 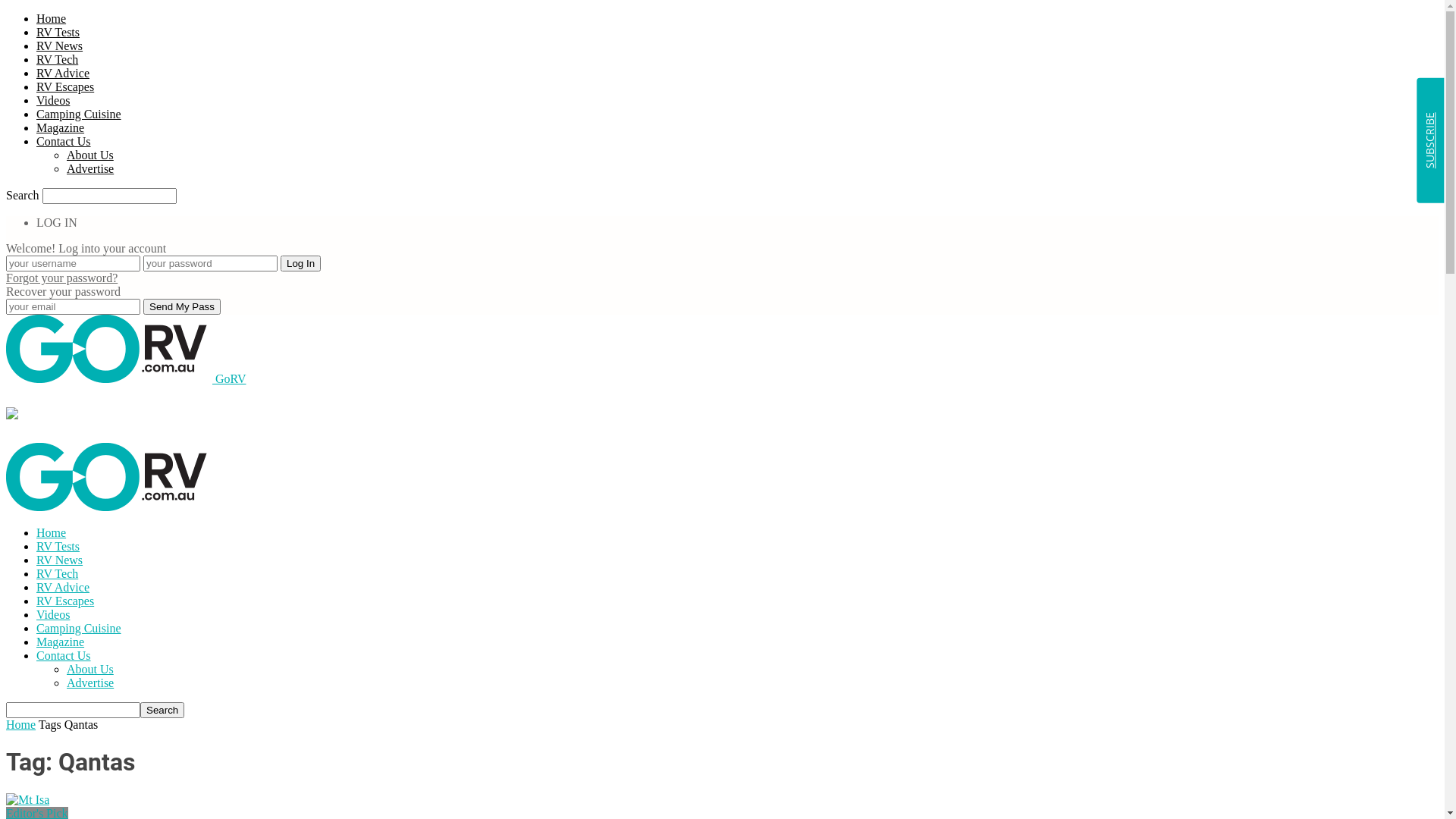 What do you see at coordinates (162, 710) in the screenshot?
I see `'Search'` at bounding box center [162, 710].